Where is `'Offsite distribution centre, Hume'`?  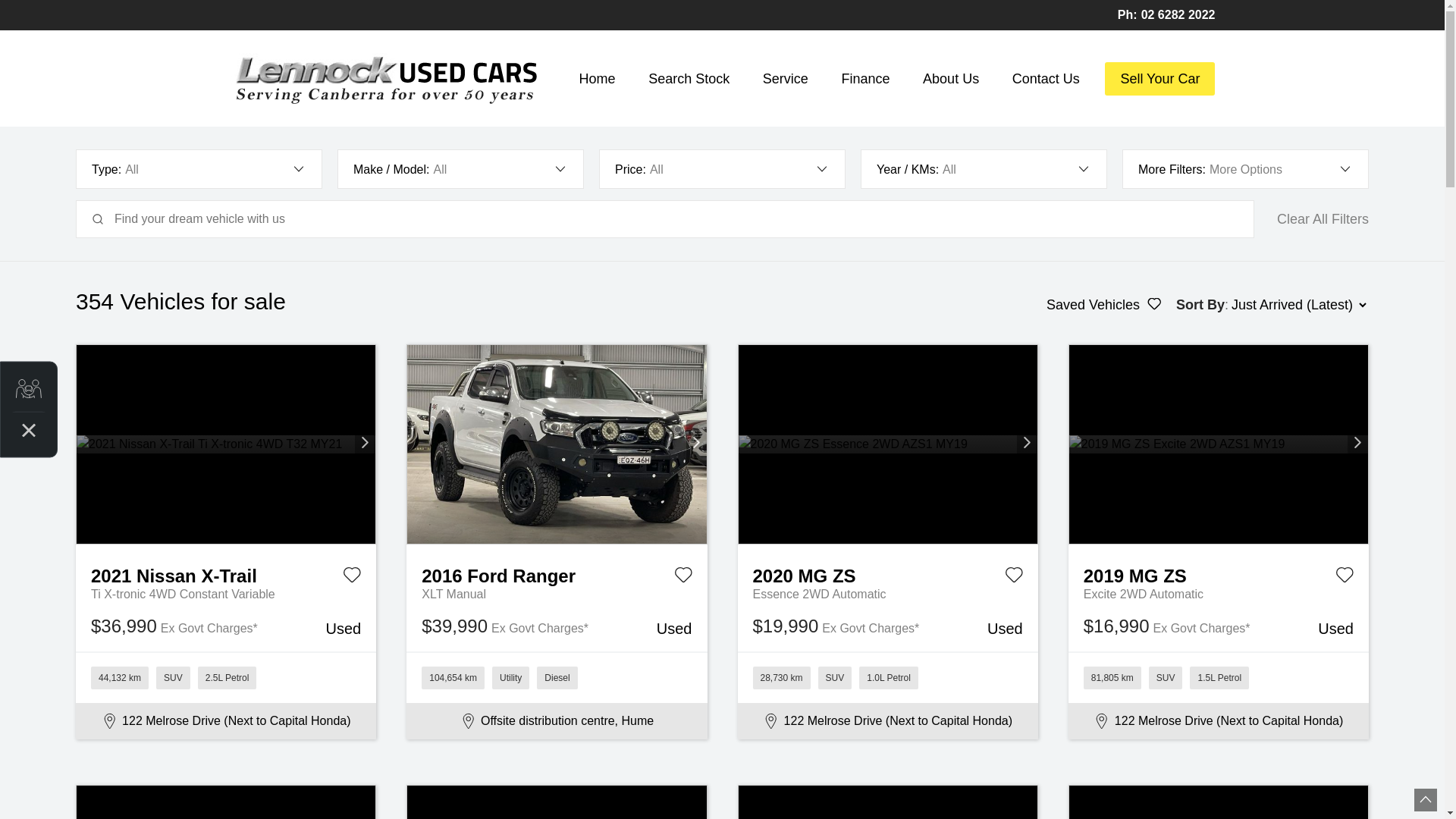
'Offsite distribution centre, Hume' is located at coordinates (556, 720).